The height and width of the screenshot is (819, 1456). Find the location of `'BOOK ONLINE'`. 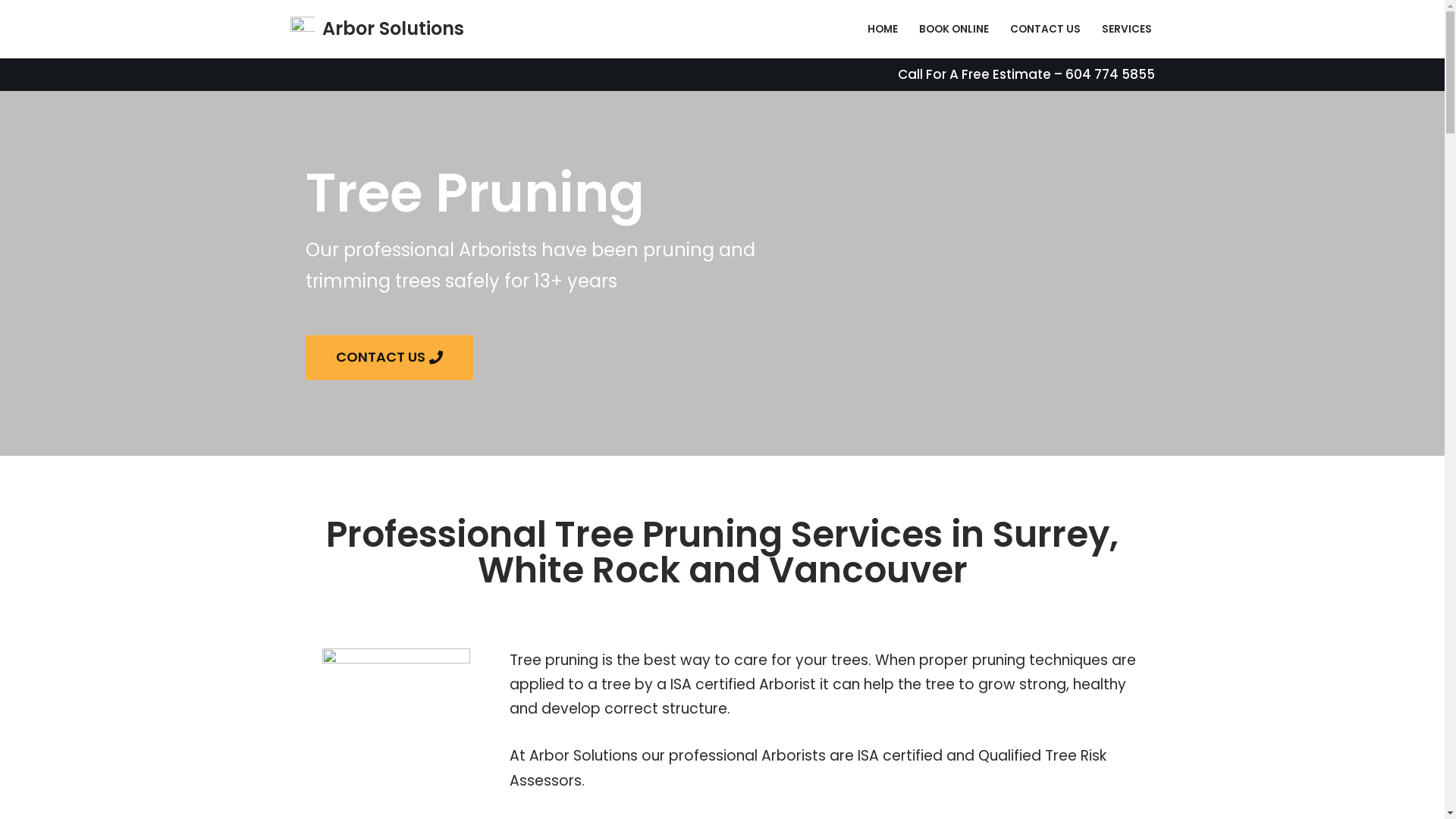

'BOOK ONLINE' is located at coordinates (952, 29).